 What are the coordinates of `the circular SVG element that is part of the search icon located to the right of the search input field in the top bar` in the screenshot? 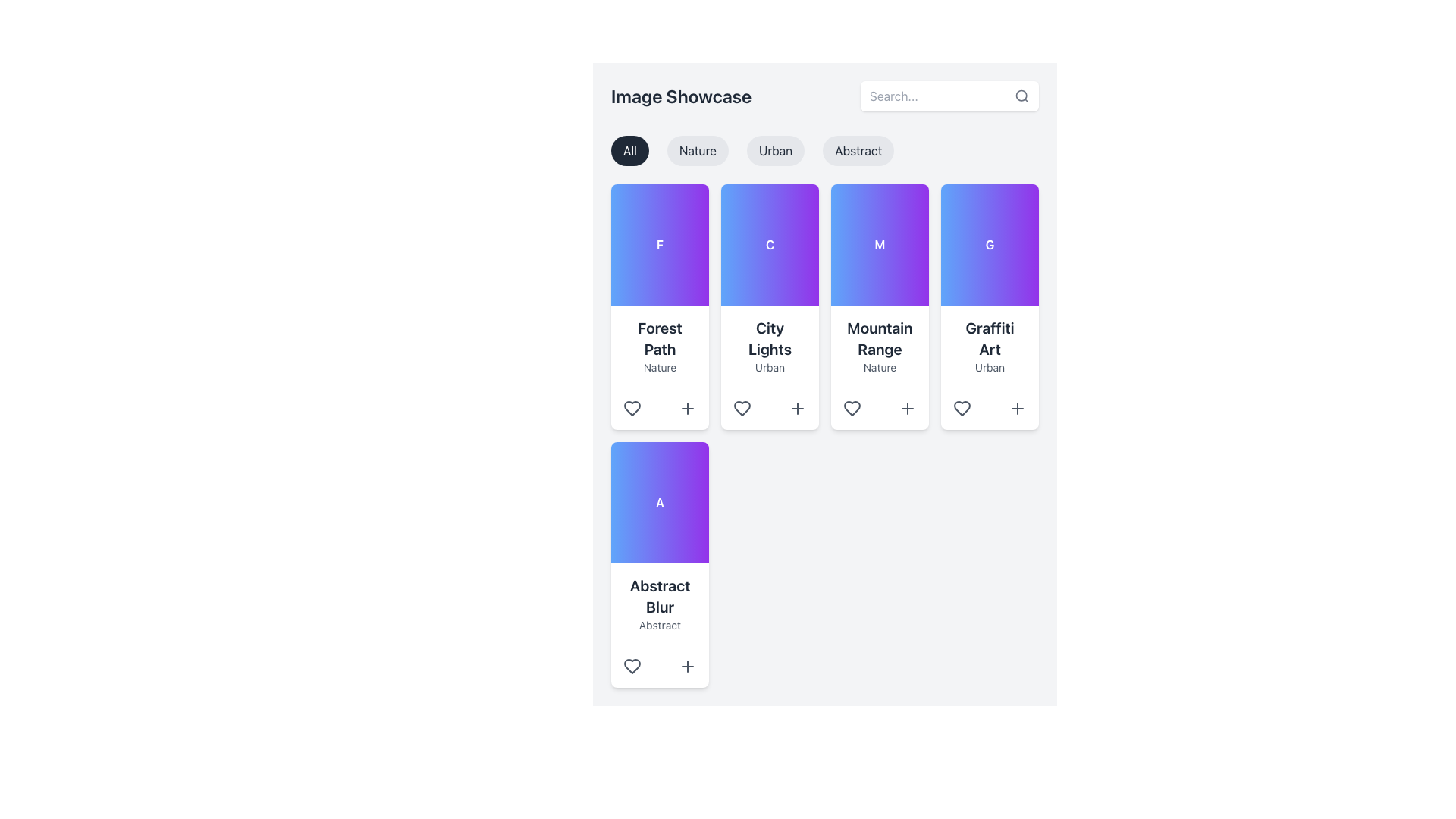 It's located at (1021, 96).